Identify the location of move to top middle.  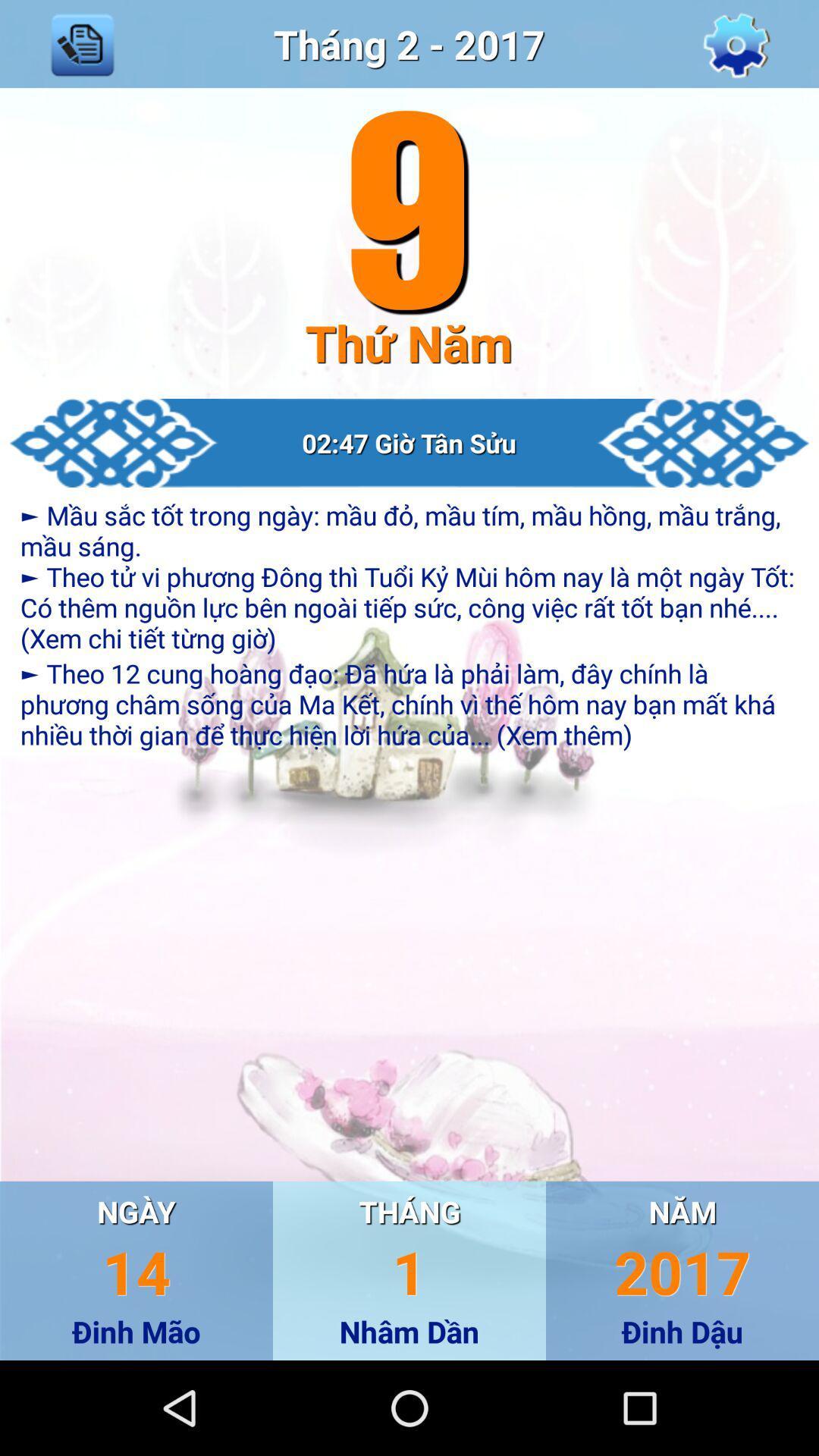
(409, 43).